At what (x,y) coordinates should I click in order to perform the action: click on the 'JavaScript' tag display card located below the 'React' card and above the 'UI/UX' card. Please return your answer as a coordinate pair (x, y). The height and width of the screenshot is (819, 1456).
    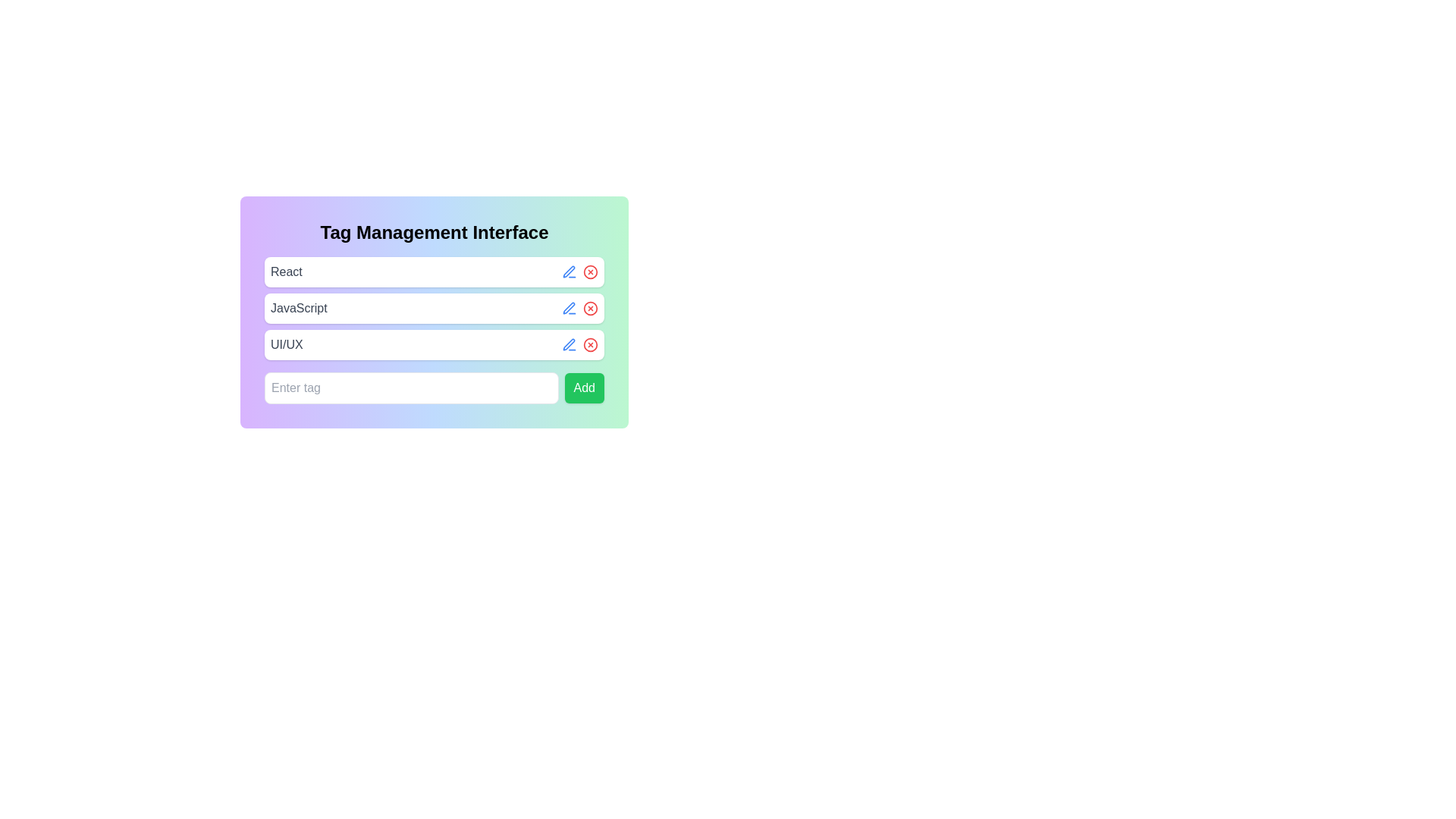
    Looking at the image, I should click on (433, 312).